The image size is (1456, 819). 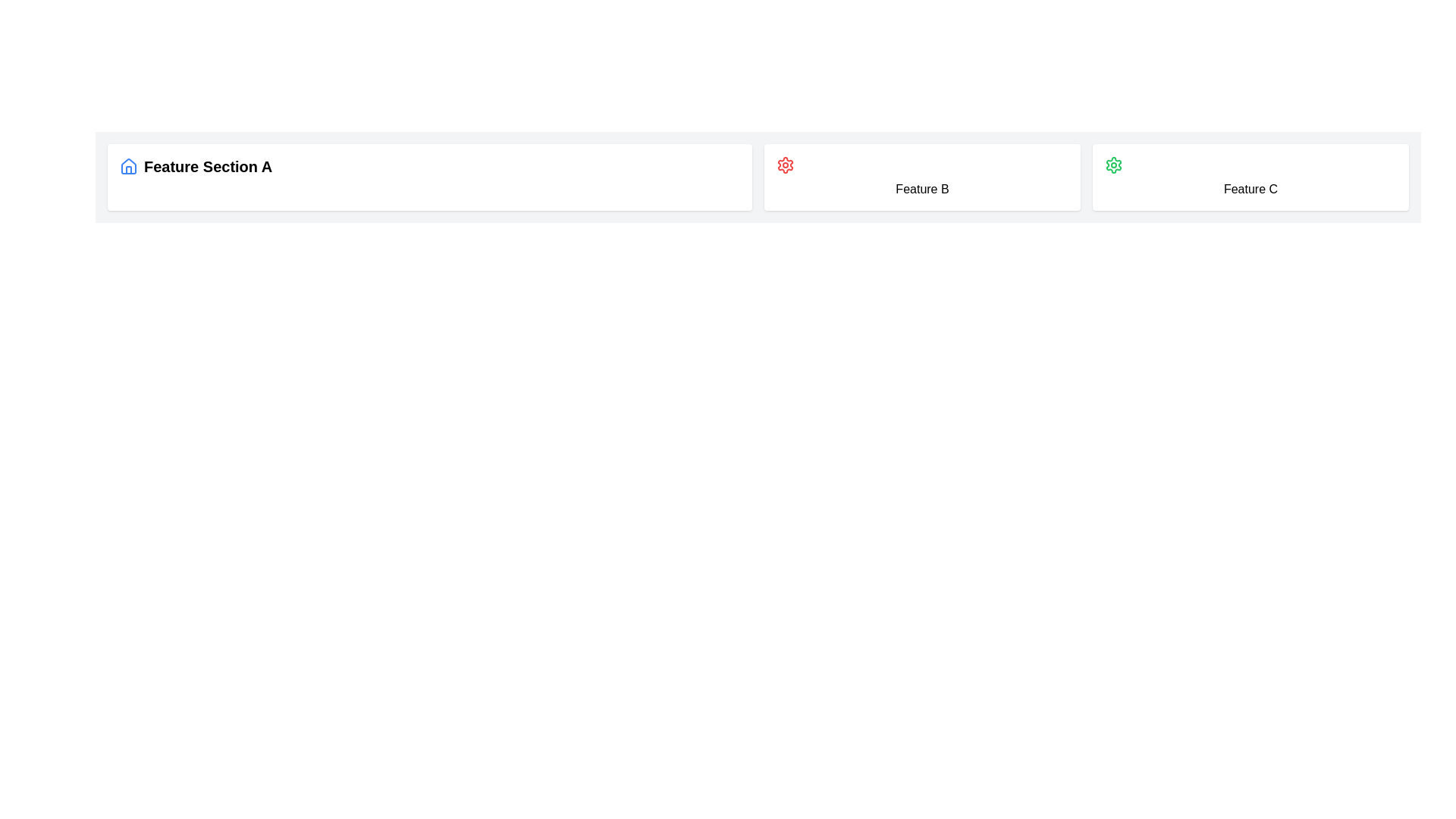 I want to click on the gear-like red icon located in the upper-left corner of the card labeled 'Feature B', so click(x=786, y=165).